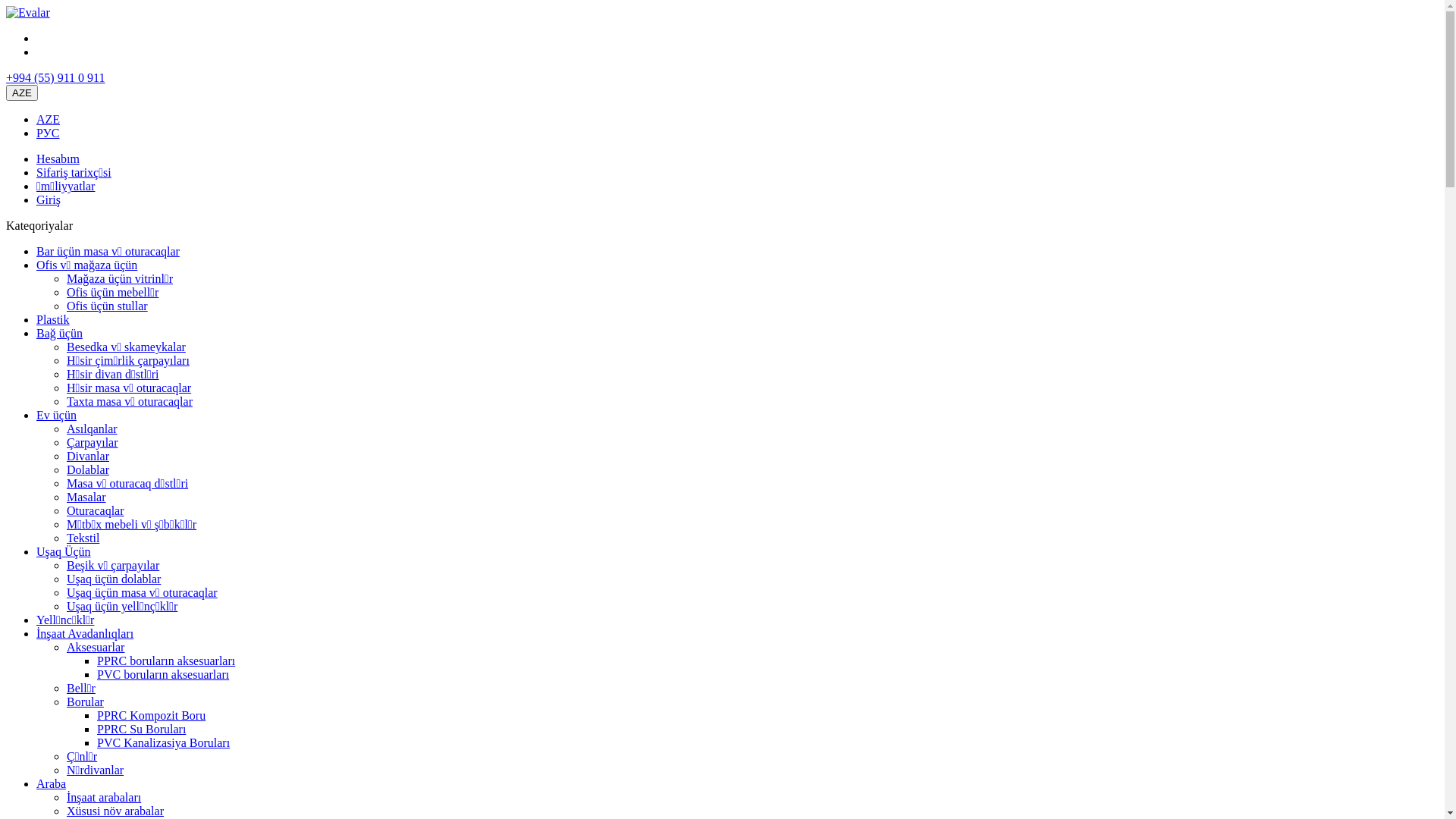  What do you see at coordinates (86, 455) in the screenshot?
I see `'Divanlar'` at bounding box center [86, 455].